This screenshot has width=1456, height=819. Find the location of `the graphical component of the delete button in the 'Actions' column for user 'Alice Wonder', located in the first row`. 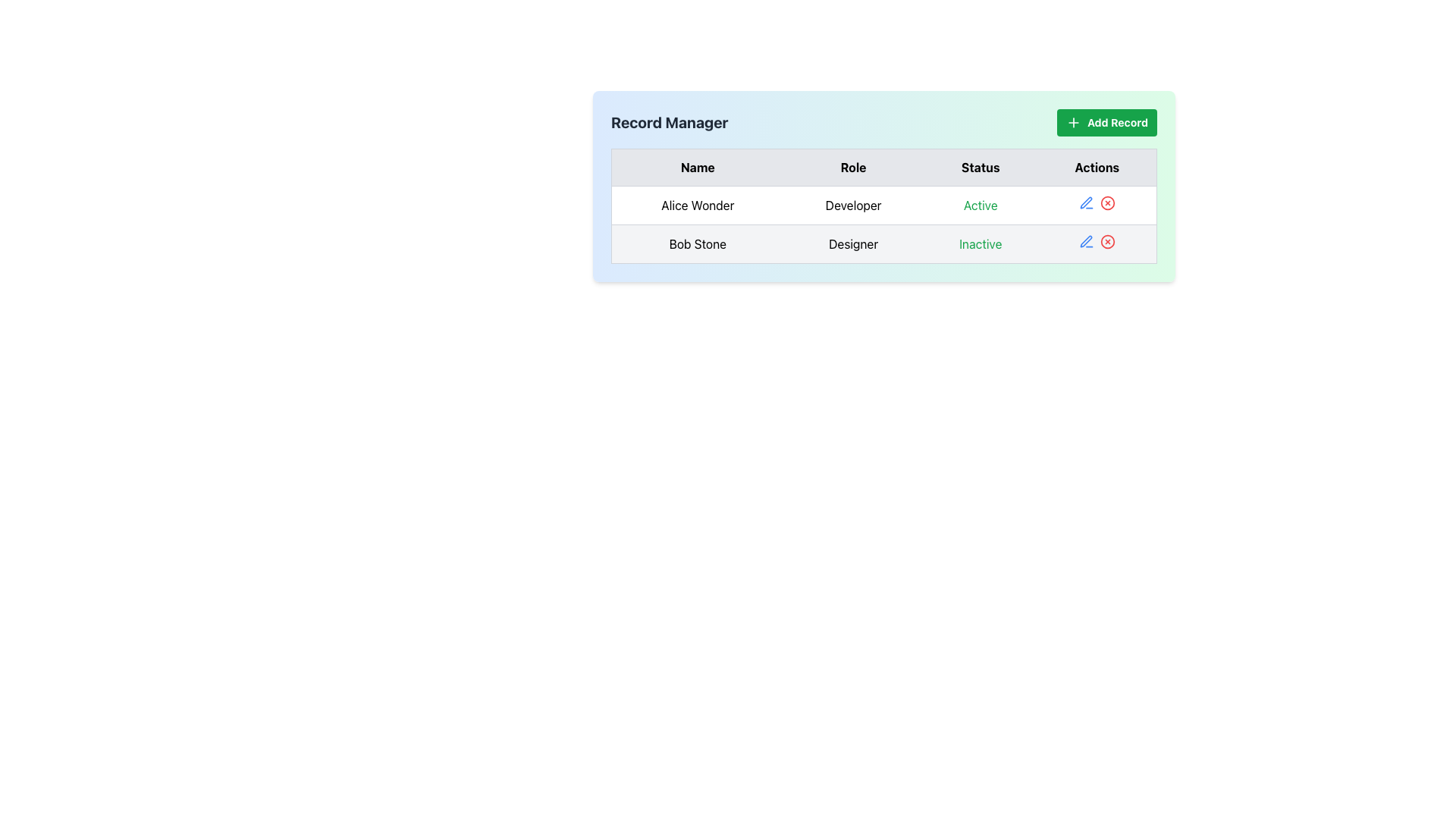

the graphical component of the delete button in the 'Actions' column for user 'Alice Wonder', located in the first row is located at coordinates (1107, 202).